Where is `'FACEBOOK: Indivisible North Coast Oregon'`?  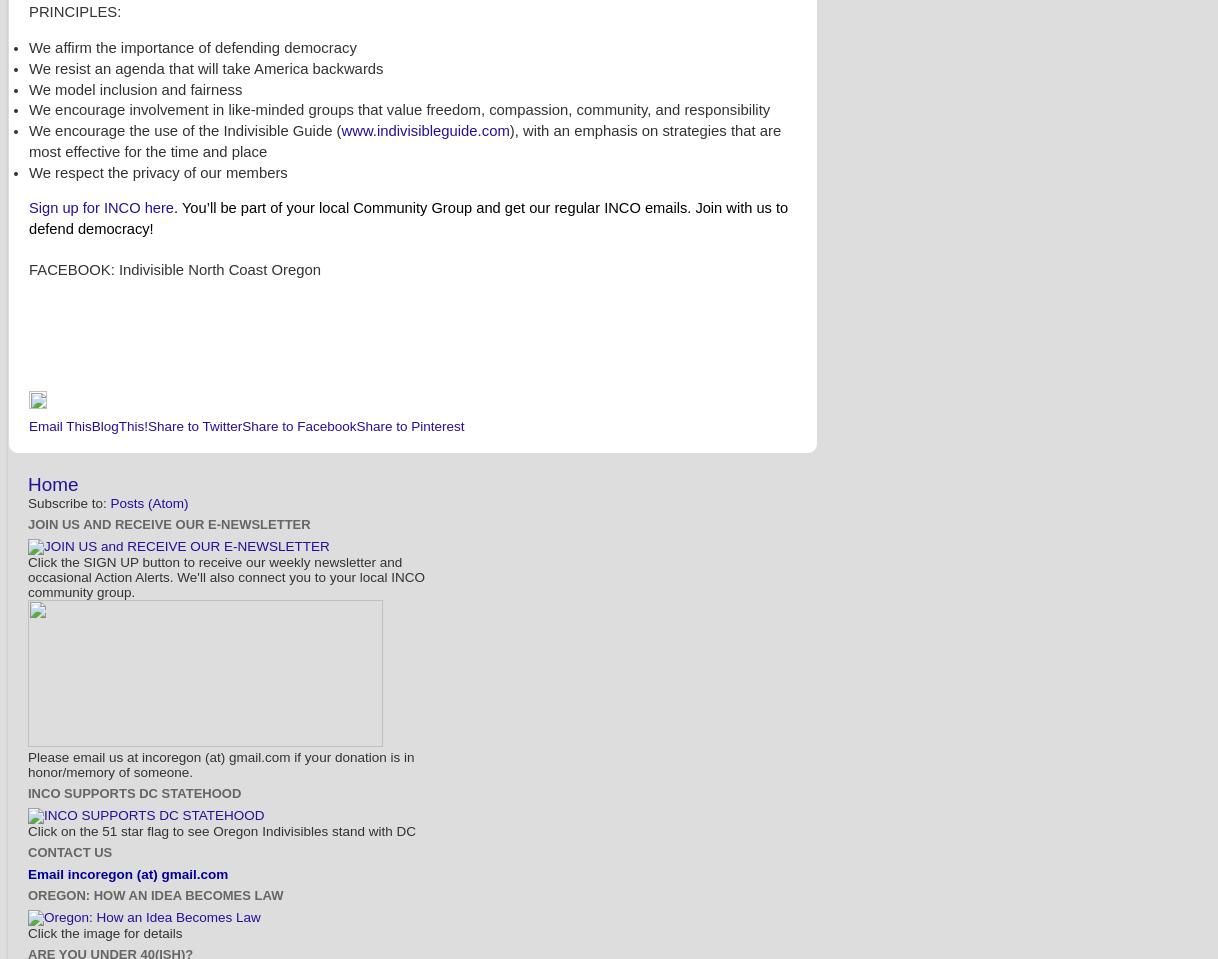 'FACEBOOK: Indivisible North Coast Oregon' is located at coordinates (175, 269).